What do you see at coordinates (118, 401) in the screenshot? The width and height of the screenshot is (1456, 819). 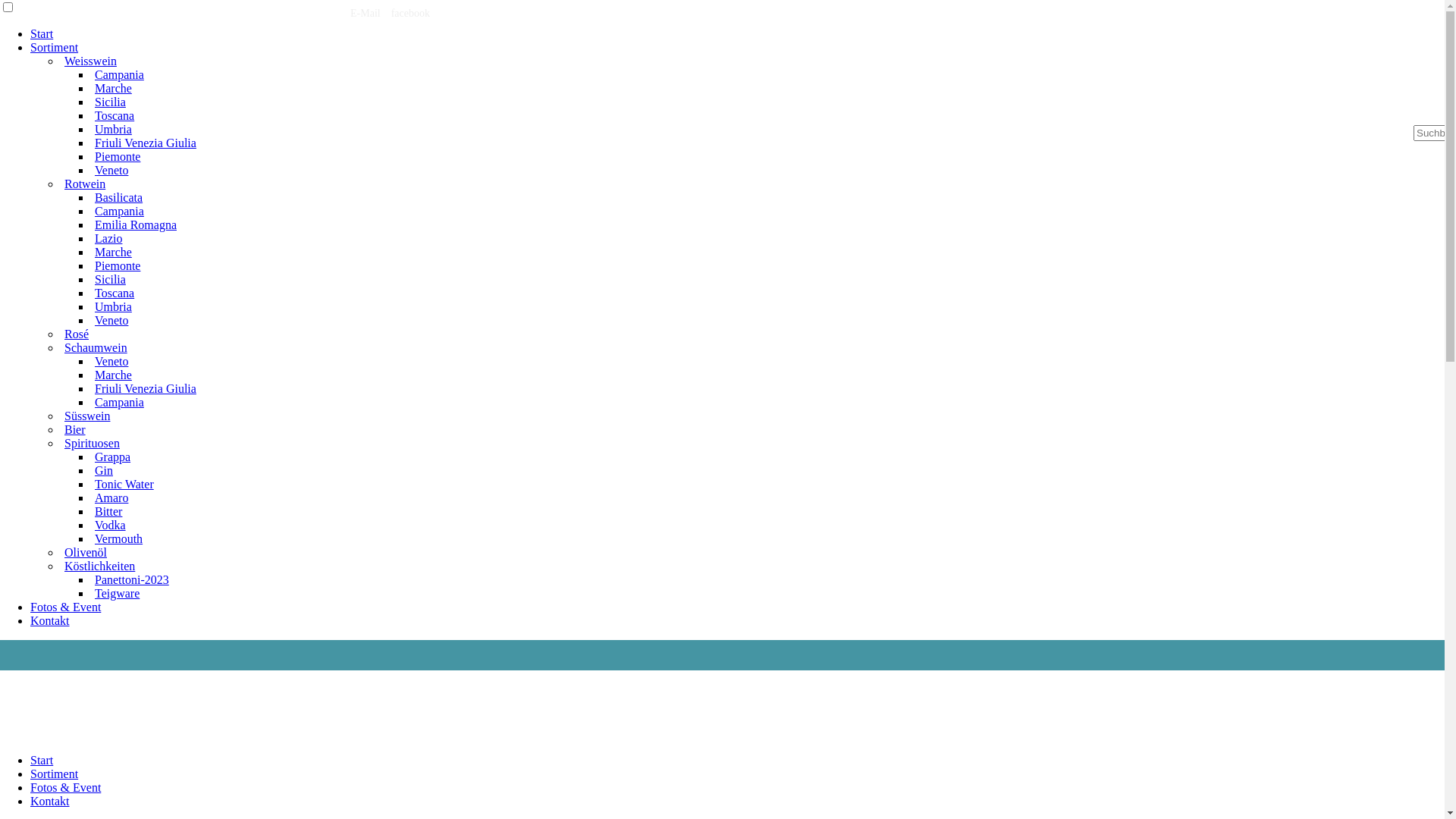 I see `'Campania'` at bounding box center [118, 401].